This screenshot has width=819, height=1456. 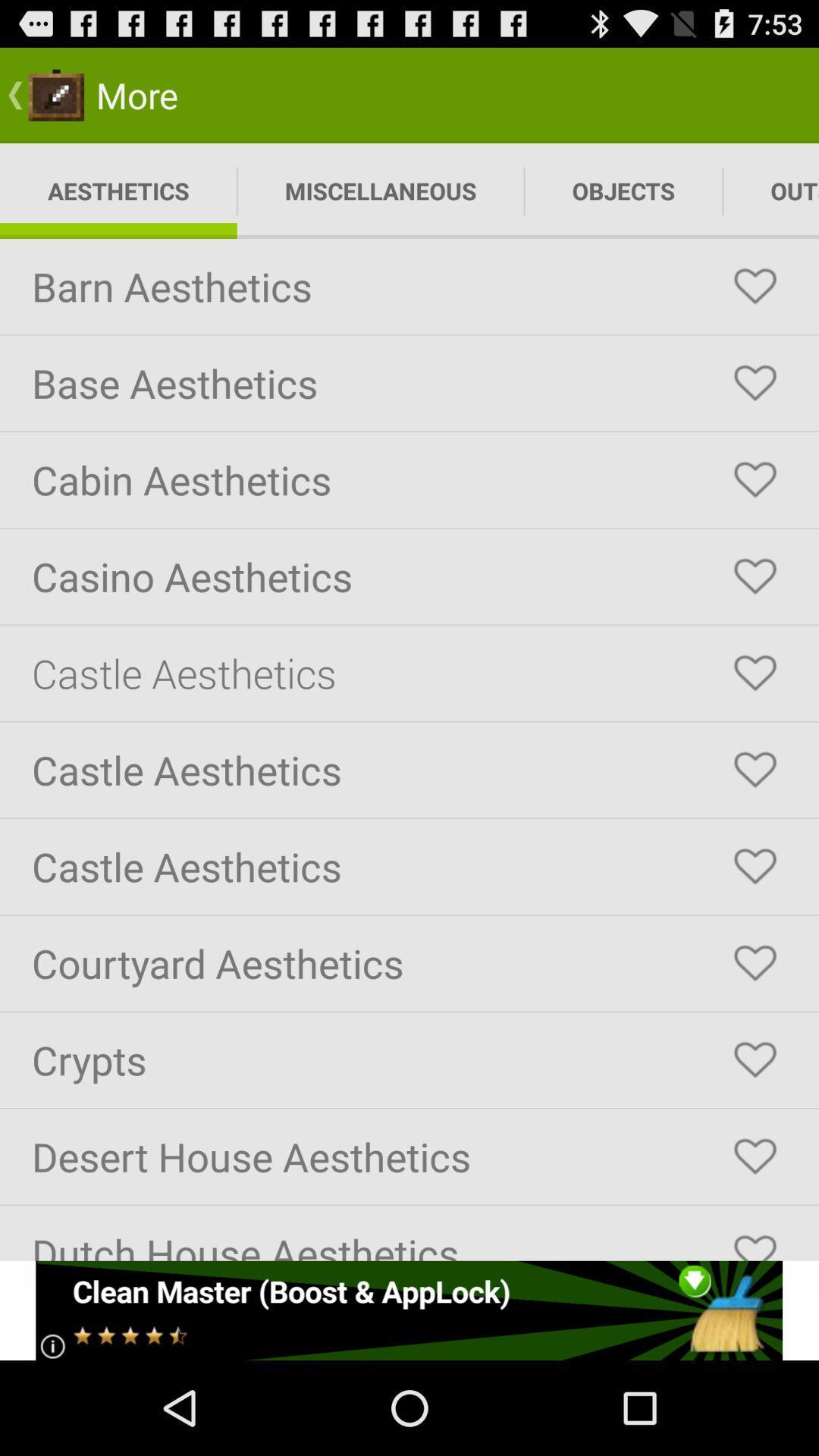 What do you see at coordinates (755, 673) in the screenshot?
I see `favorite` at bounding box center [755, 673].